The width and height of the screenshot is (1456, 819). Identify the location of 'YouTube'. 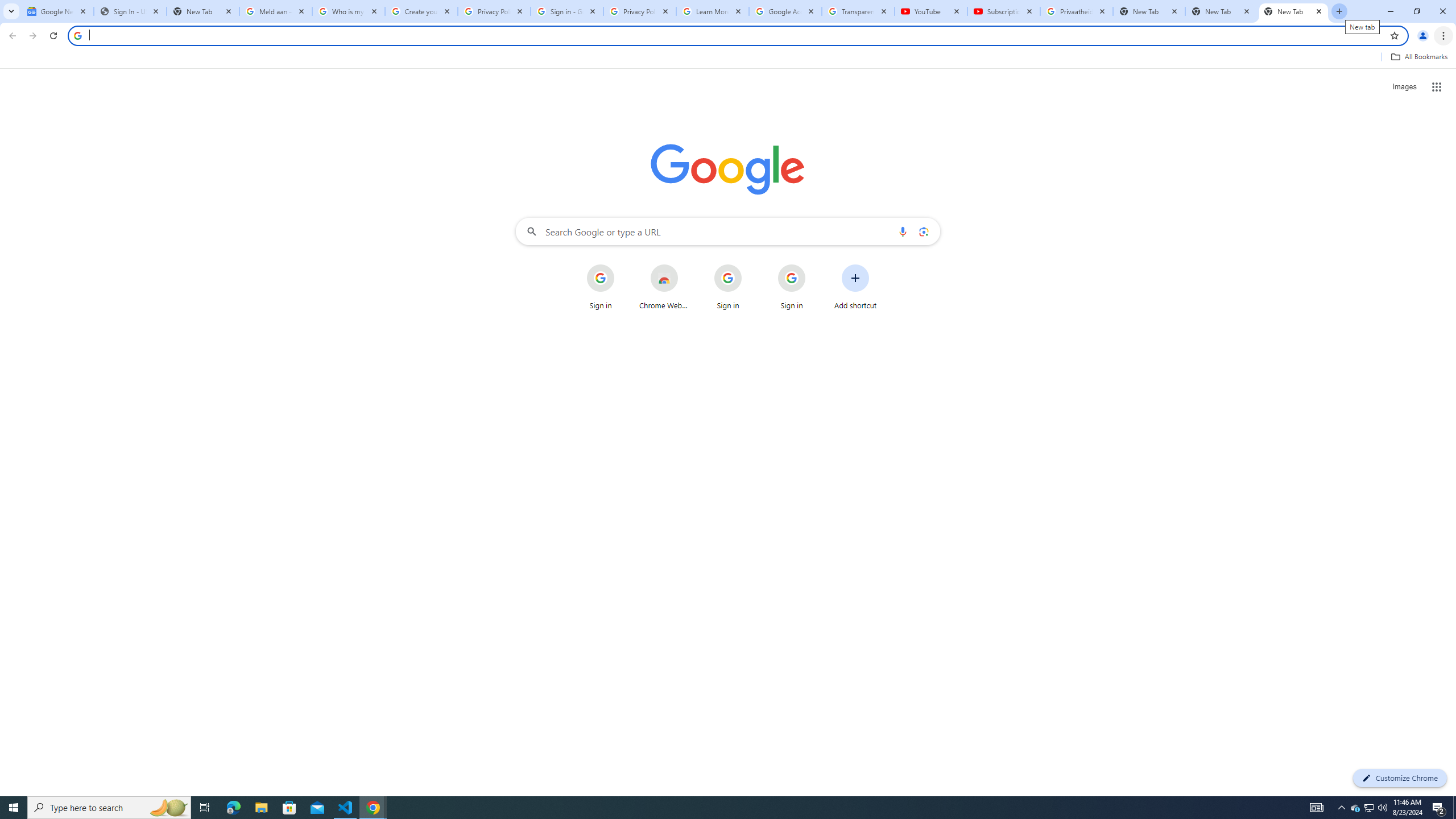
(930, 11).